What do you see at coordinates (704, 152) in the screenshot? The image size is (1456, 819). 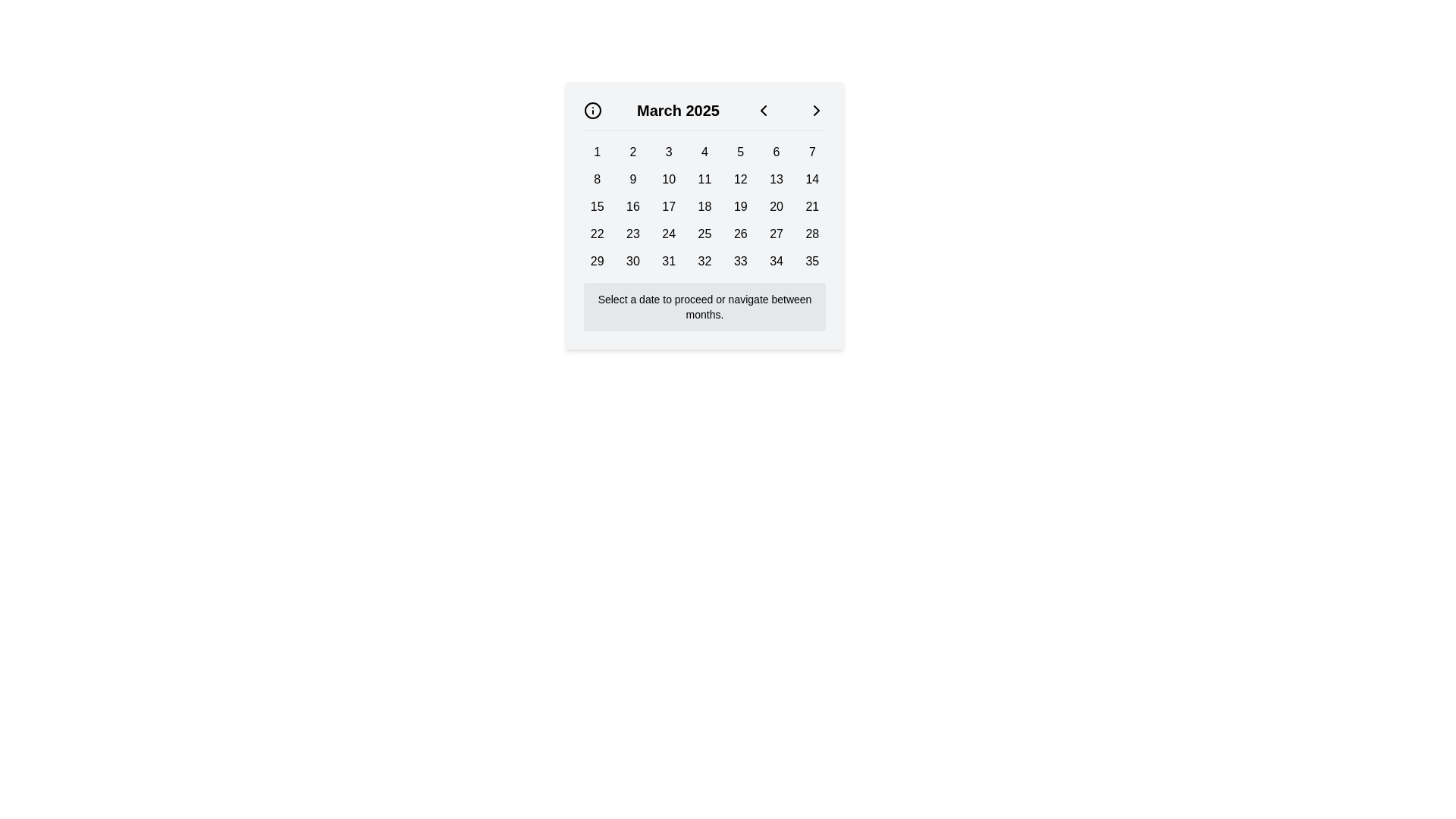 I see `the small rectangular button displaying the numeric character '4'` at bounding box center [704, 152].